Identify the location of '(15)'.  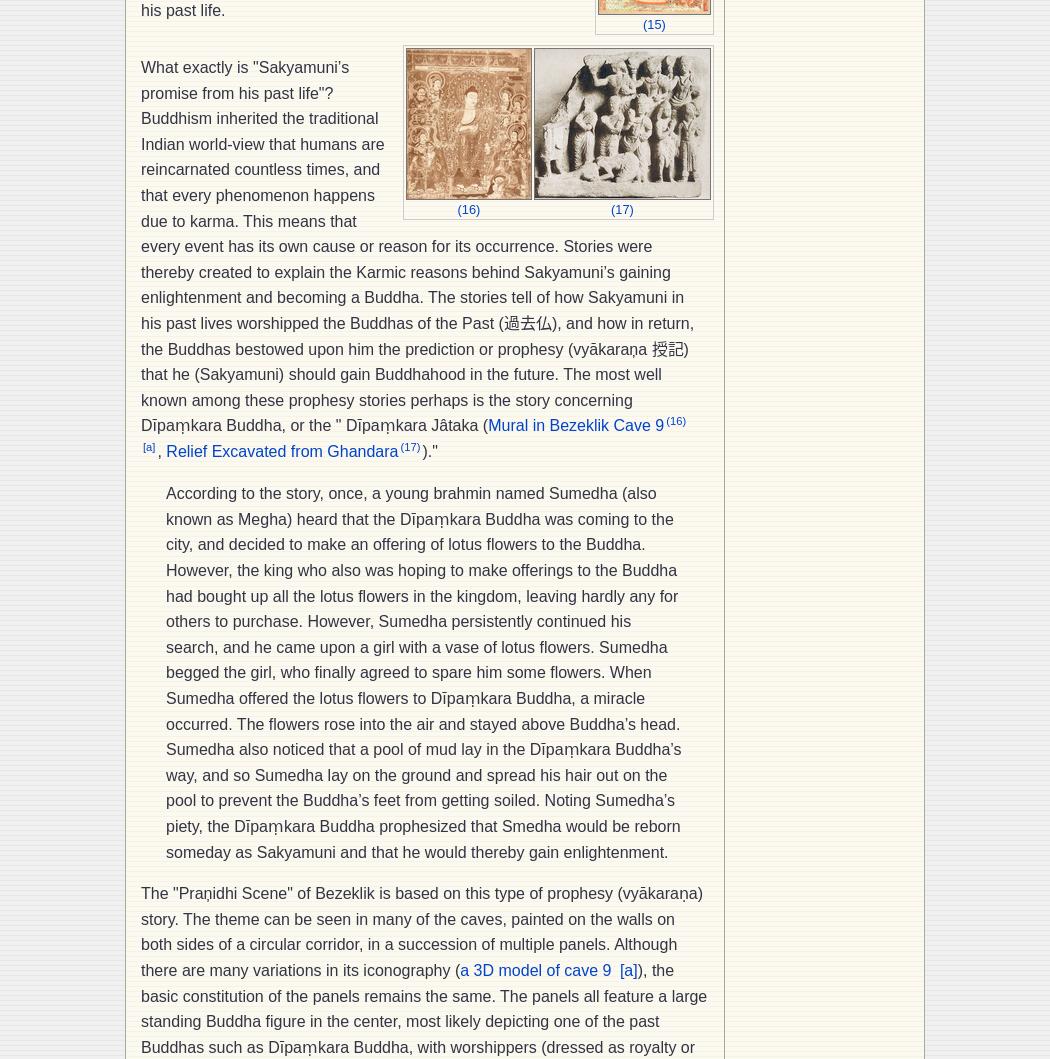
(653, 24).